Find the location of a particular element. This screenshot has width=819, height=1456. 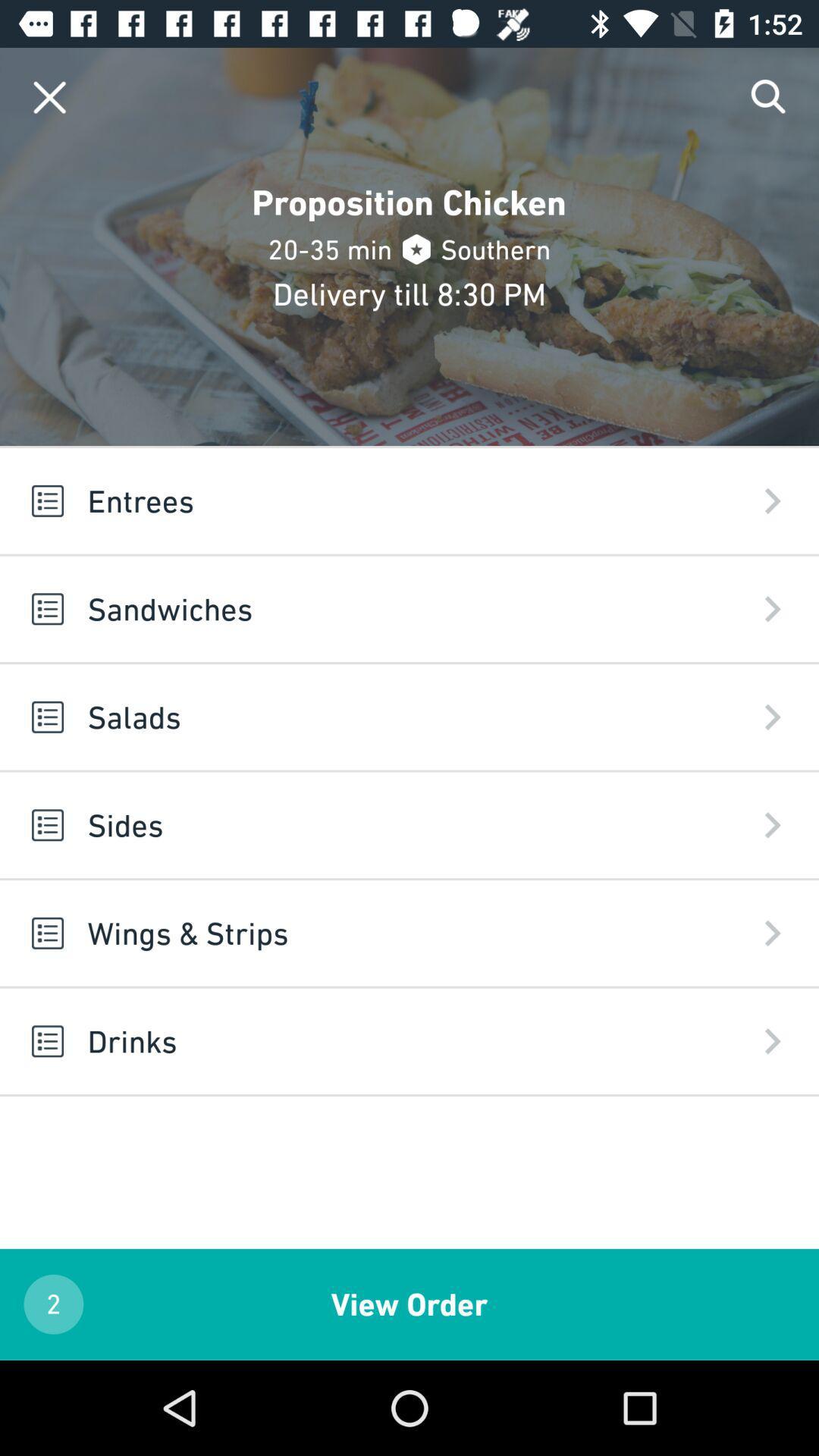

the item at the top right corner is located at coordinates (769, 96).